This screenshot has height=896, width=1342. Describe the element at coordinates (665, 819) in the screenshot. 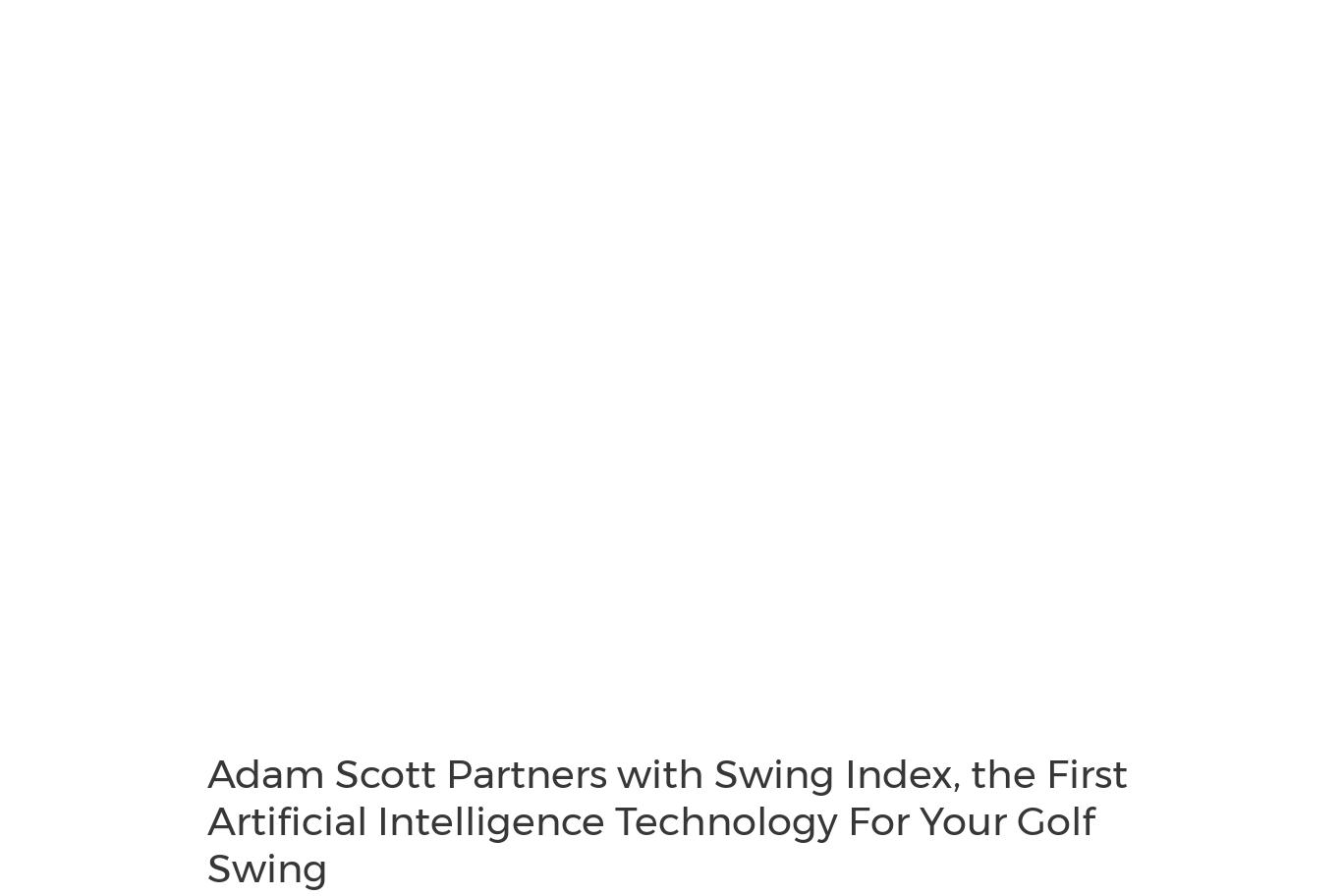

I see `'Adam Scott Partners with Swing Index, the First Artificial Intelligence Technology For Your Golf Swing'` at that location.